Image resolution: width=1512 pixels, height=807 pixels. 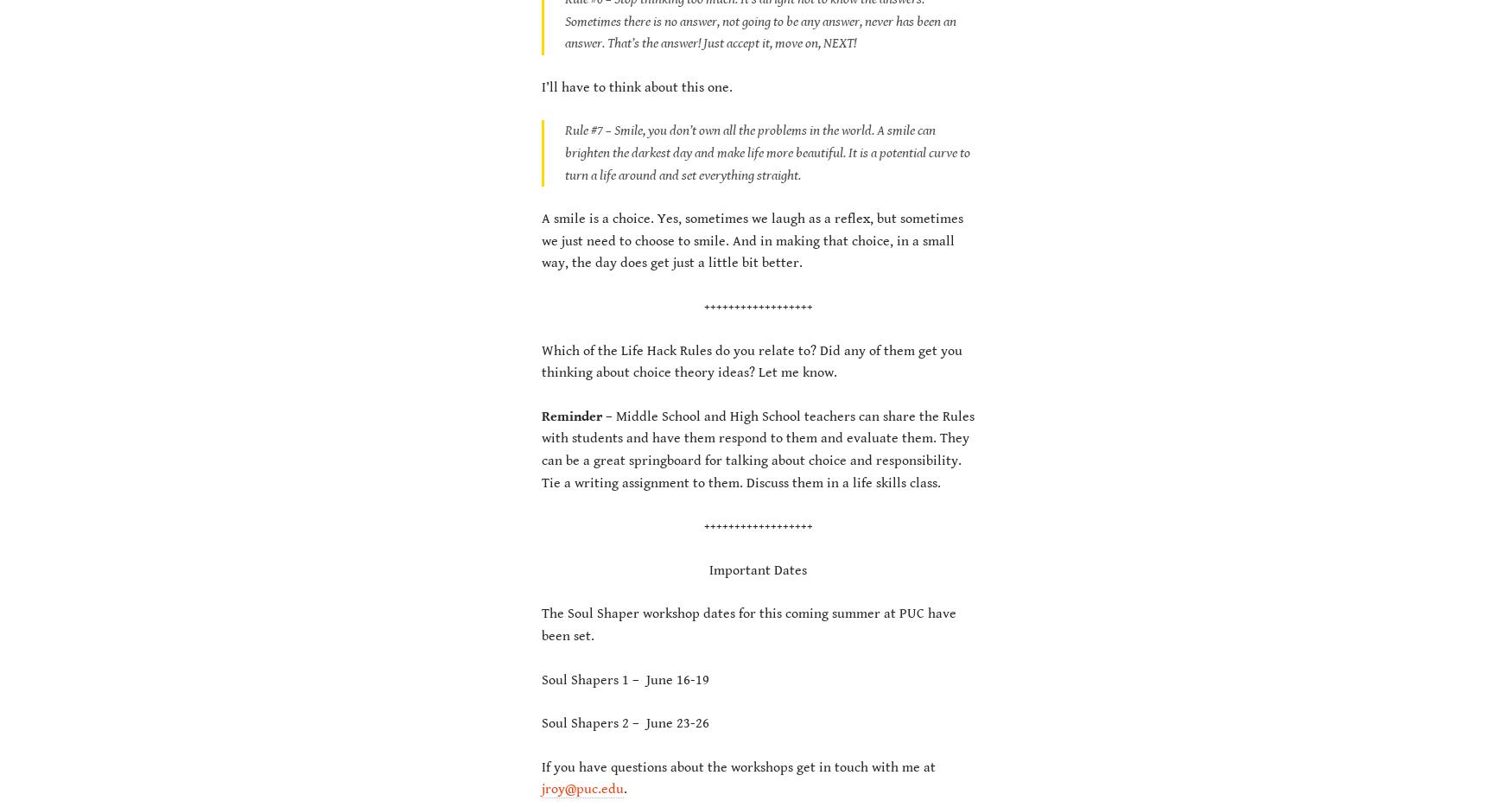 What do you see at coordinates (757, 569) in the screenshot?
I see `'Important Dates'` at bounding box center [757, 569].